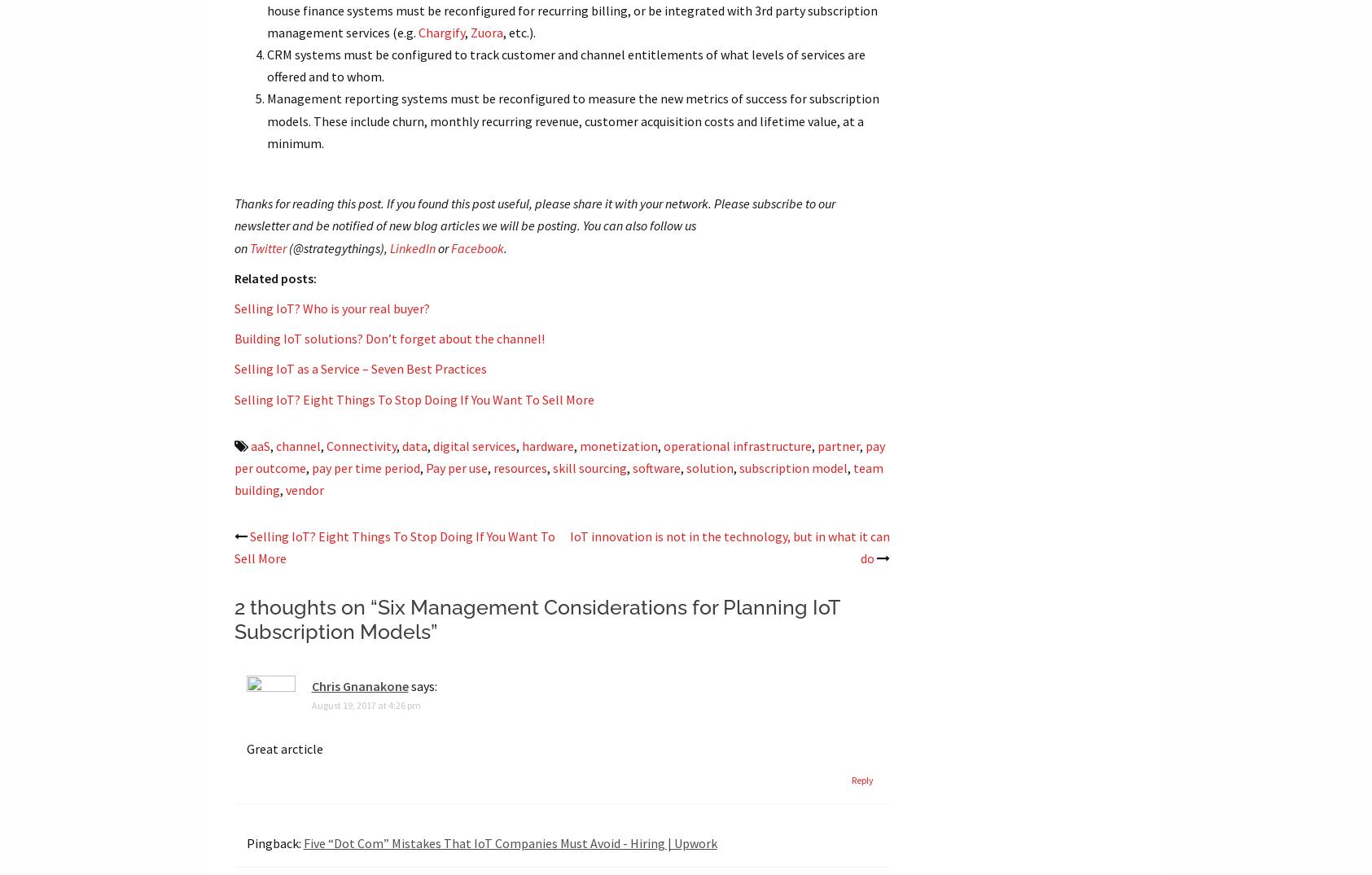  What do you see at coordinates (388, 247) in the screenshot?
I see `'LinkedIn'` at bounding box center [388, 247].